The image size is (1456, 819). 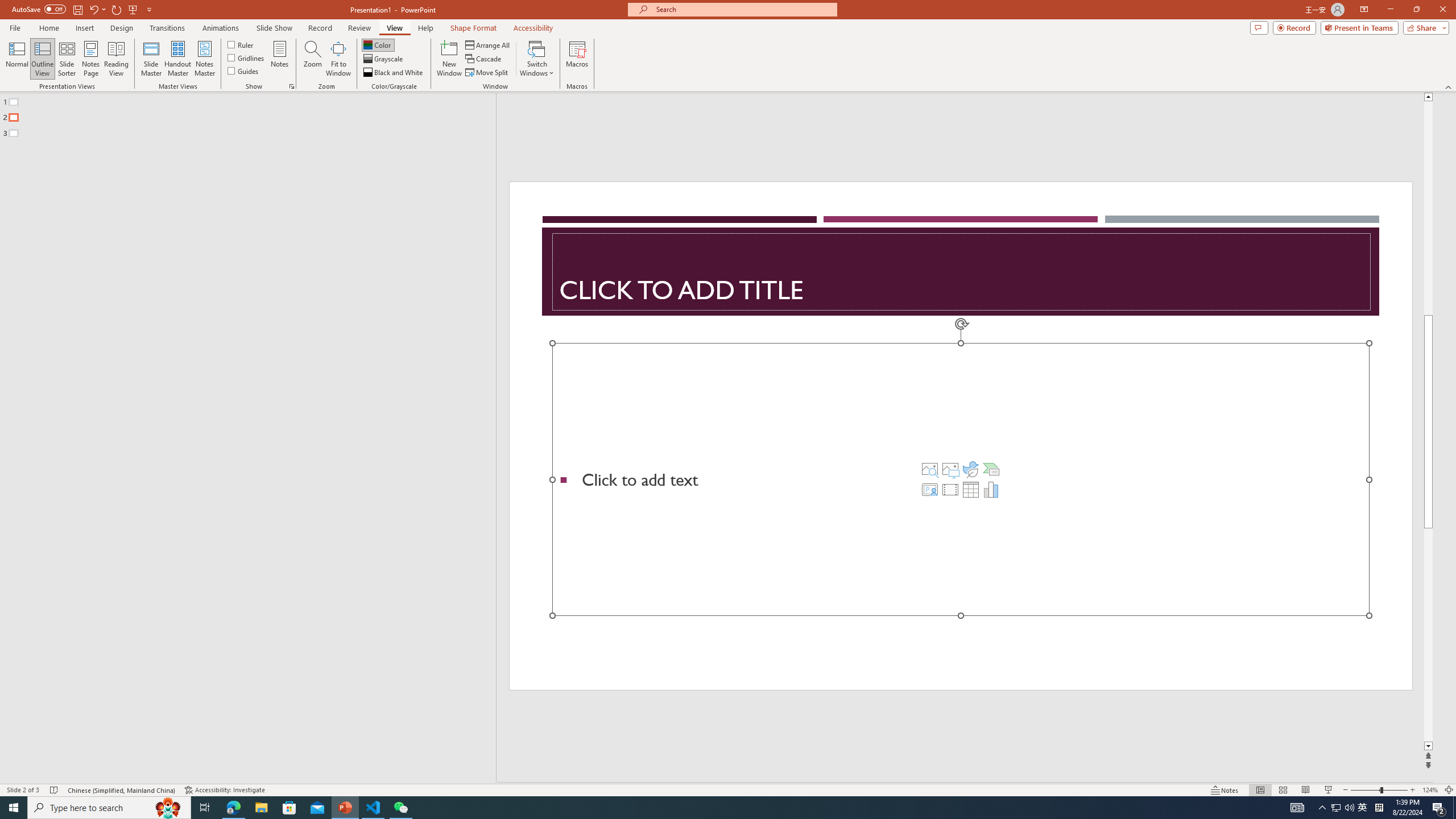 I want to click on 'Move Split', so click(x=487, y=72).